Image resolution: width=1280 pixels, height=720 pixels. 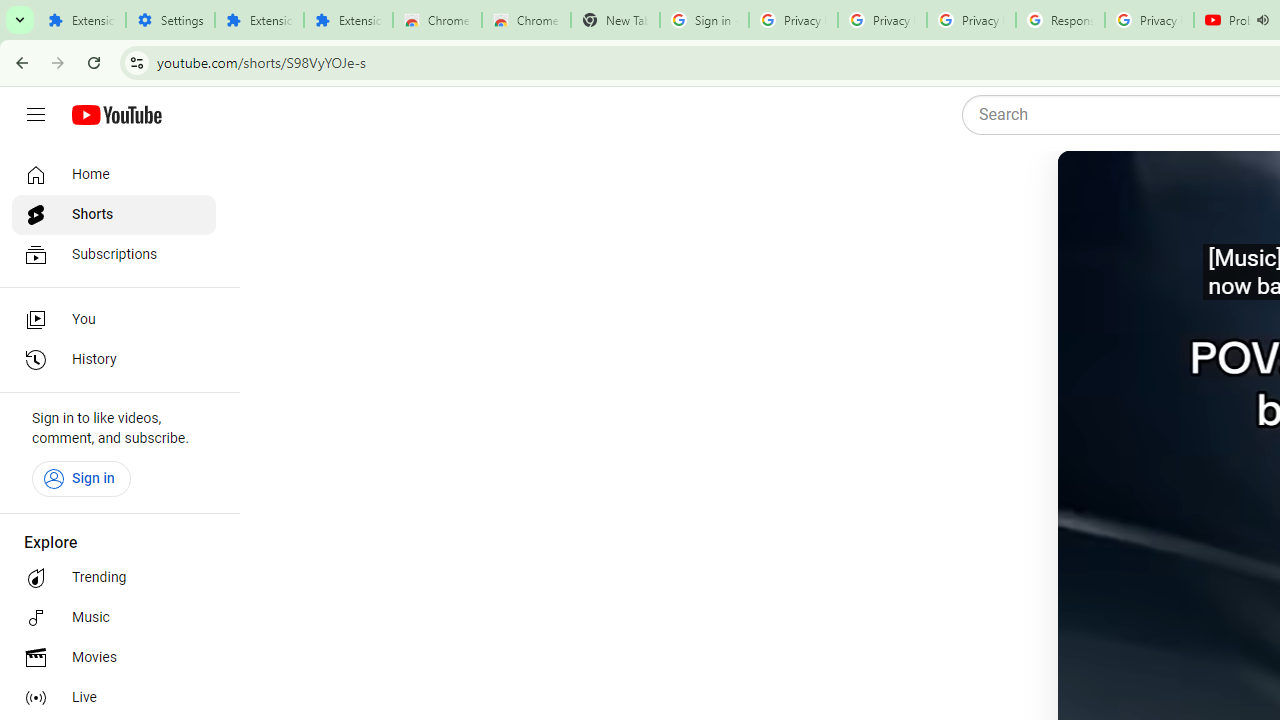 I want to click on 'Chrome Web Store - Themes', so click(x=526, y=20).